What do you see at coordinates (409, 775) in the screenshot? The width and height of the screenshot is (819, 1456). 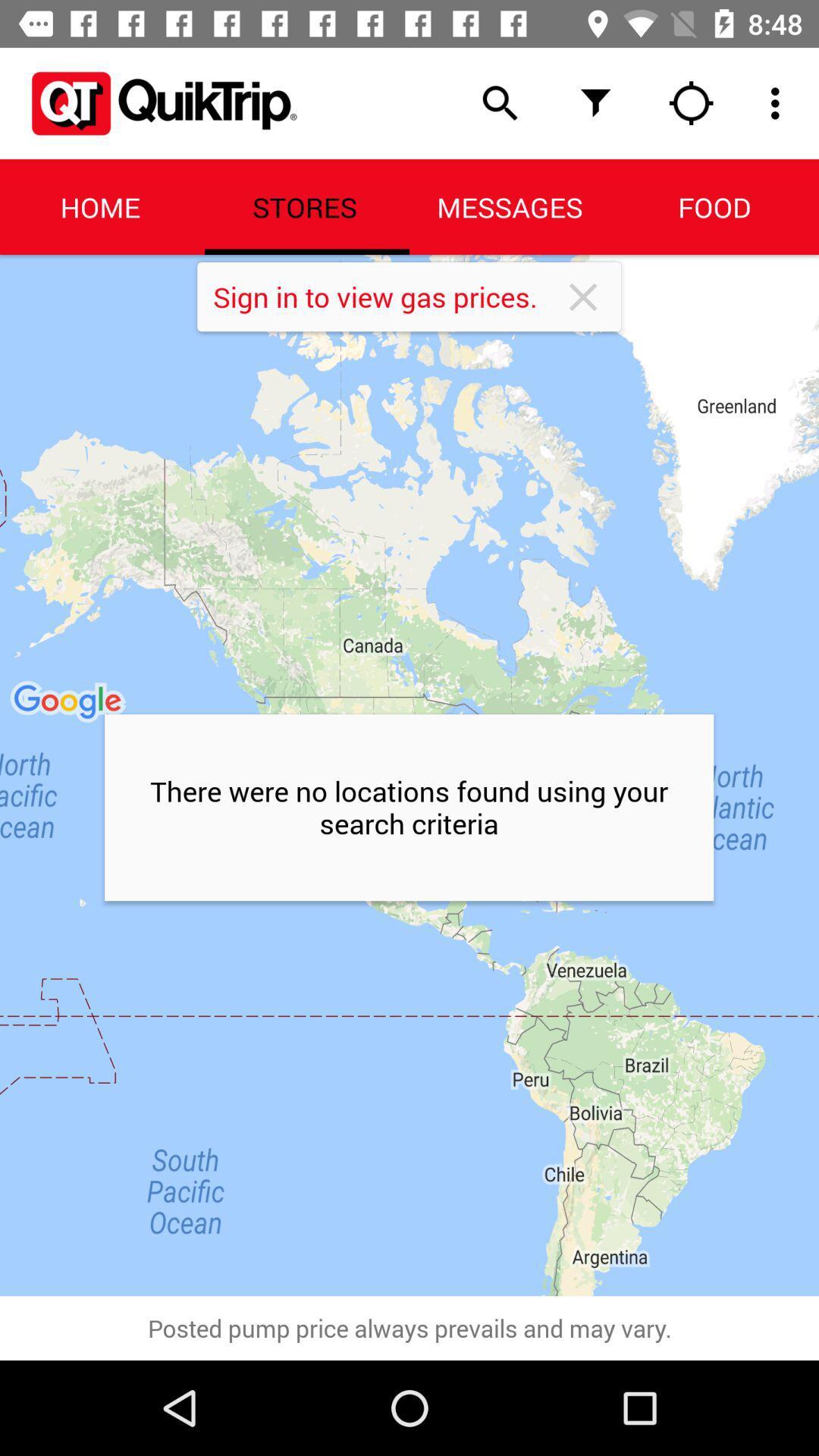 I see `the icon below home item` at bounding box center [409, 775].